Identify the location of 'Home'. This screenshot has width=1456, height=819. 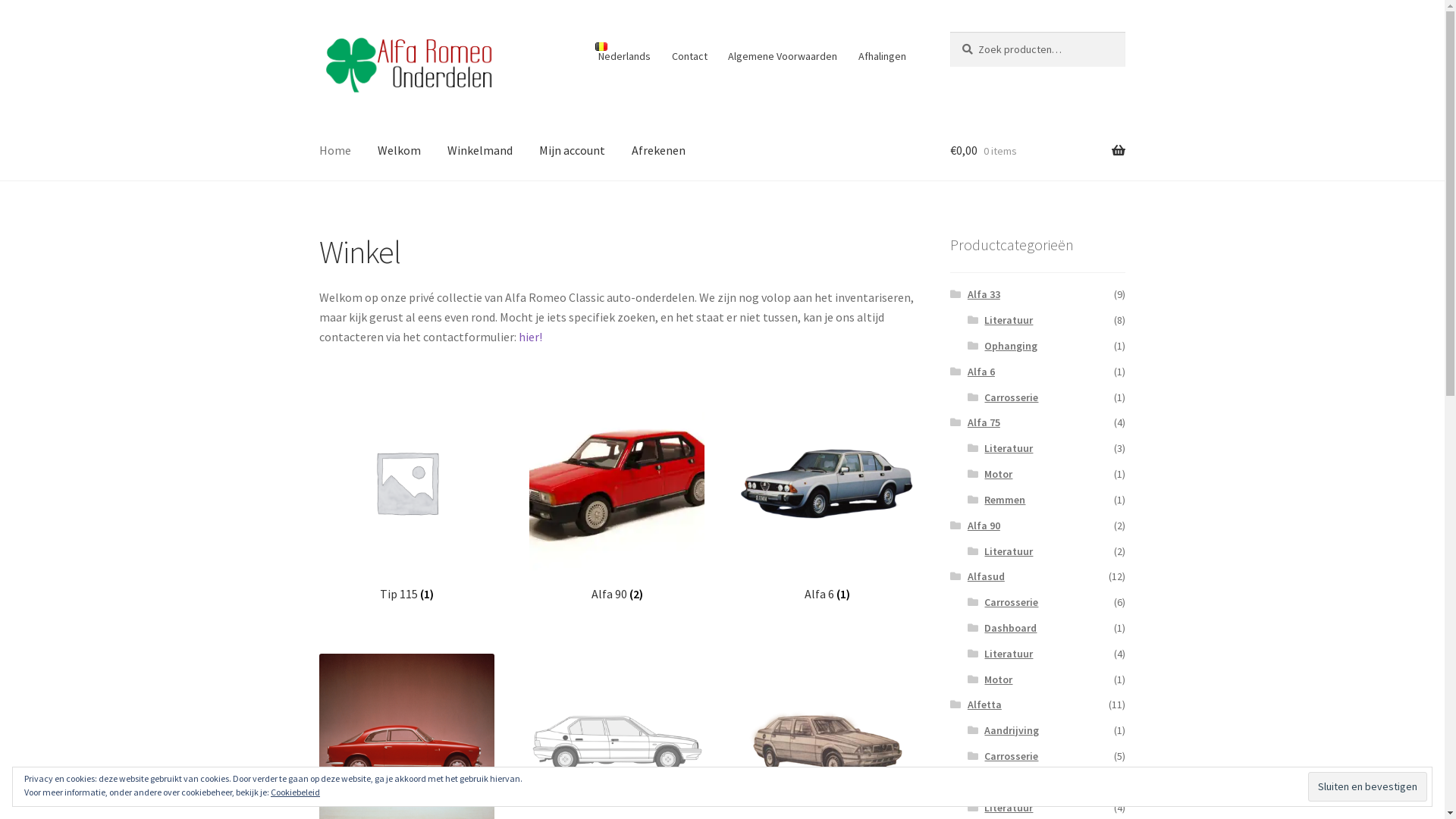
(334, 151).